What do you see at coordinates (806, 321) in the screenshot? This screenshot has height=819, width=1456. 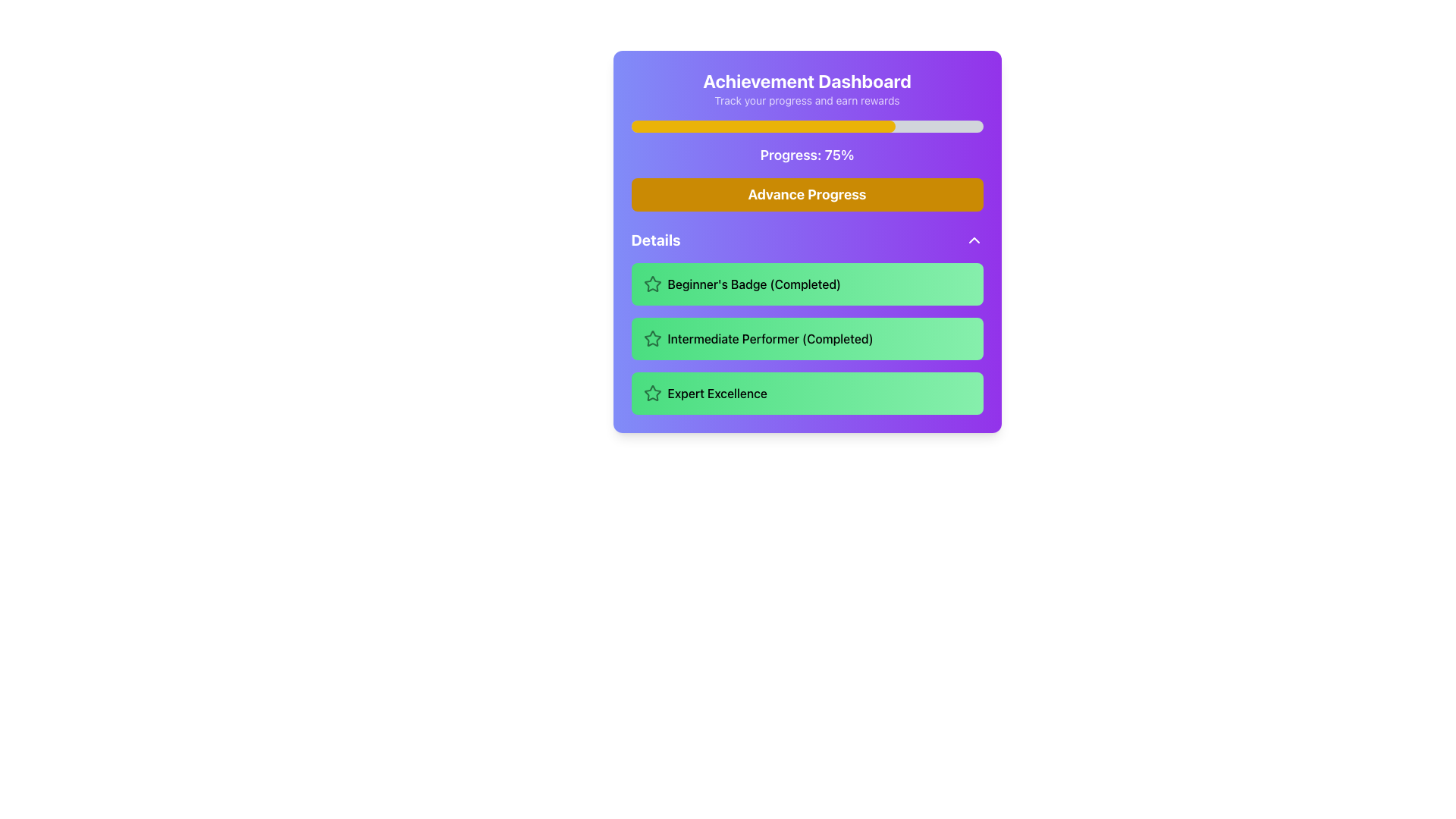 I see `the 'Intermediate Performer (Completed)' badge in the Achievement Dashboard, which is the second item in the vertically stacked list of achievement badges` at bounding box center [806, 321].